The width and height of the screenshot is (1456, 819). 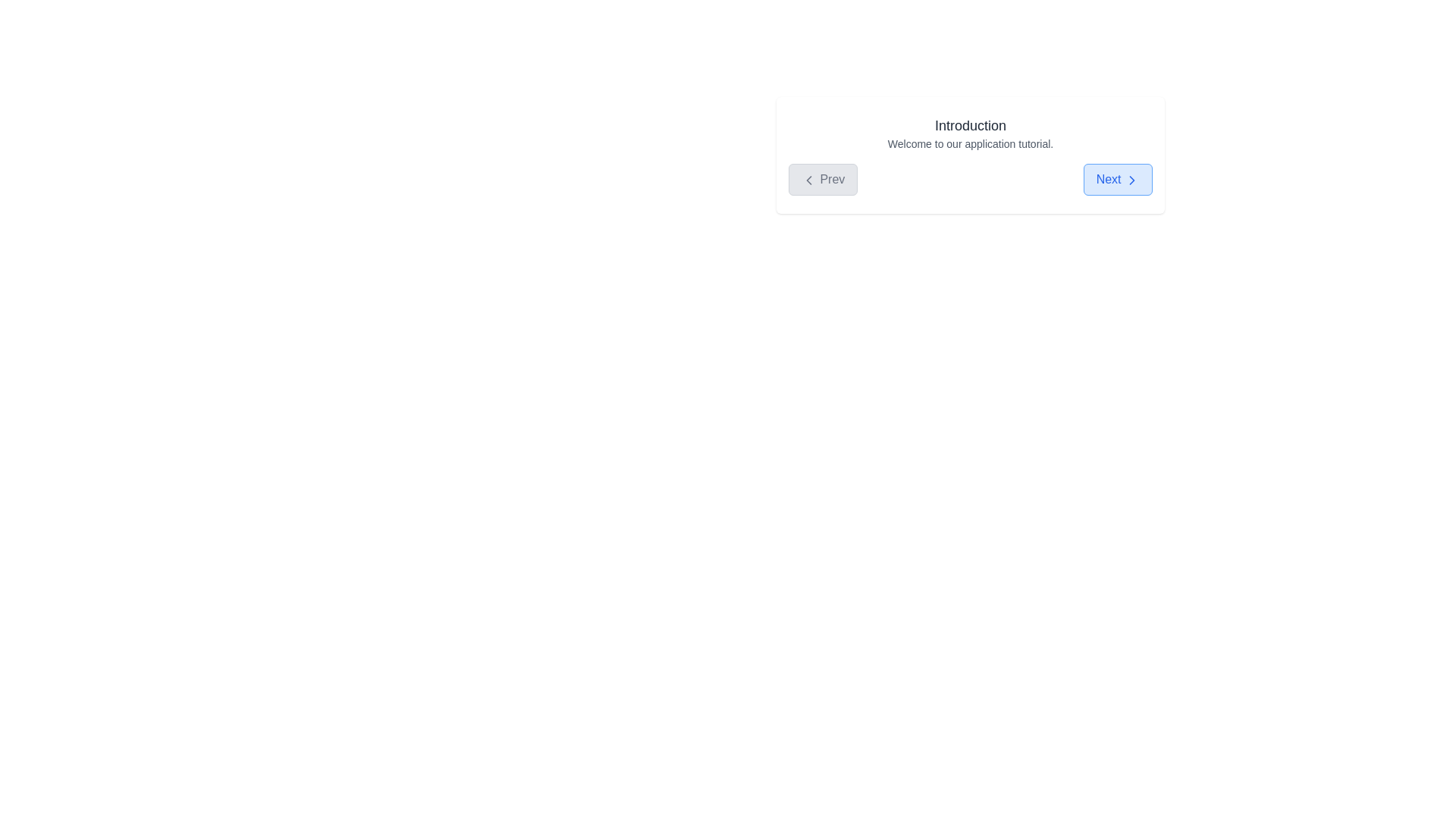 What do you see at coordinates (1131, 178) in the screenshot?
I see `the navigation icon located in the bottom-right section of the interface` at bounding box center [1131, 178].